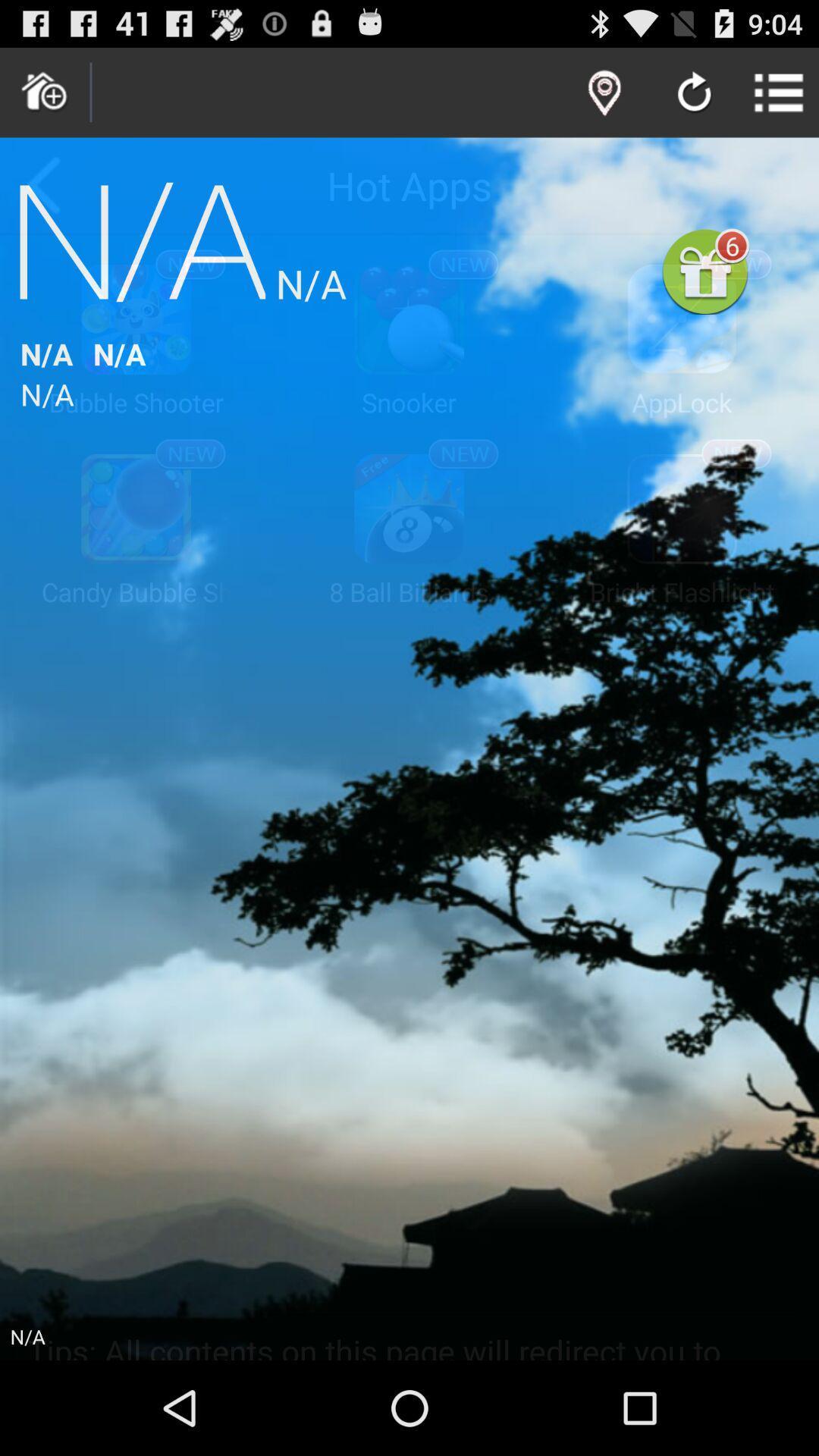 The image size is (819, 1456). I want to click on menu, so click(779, 92).